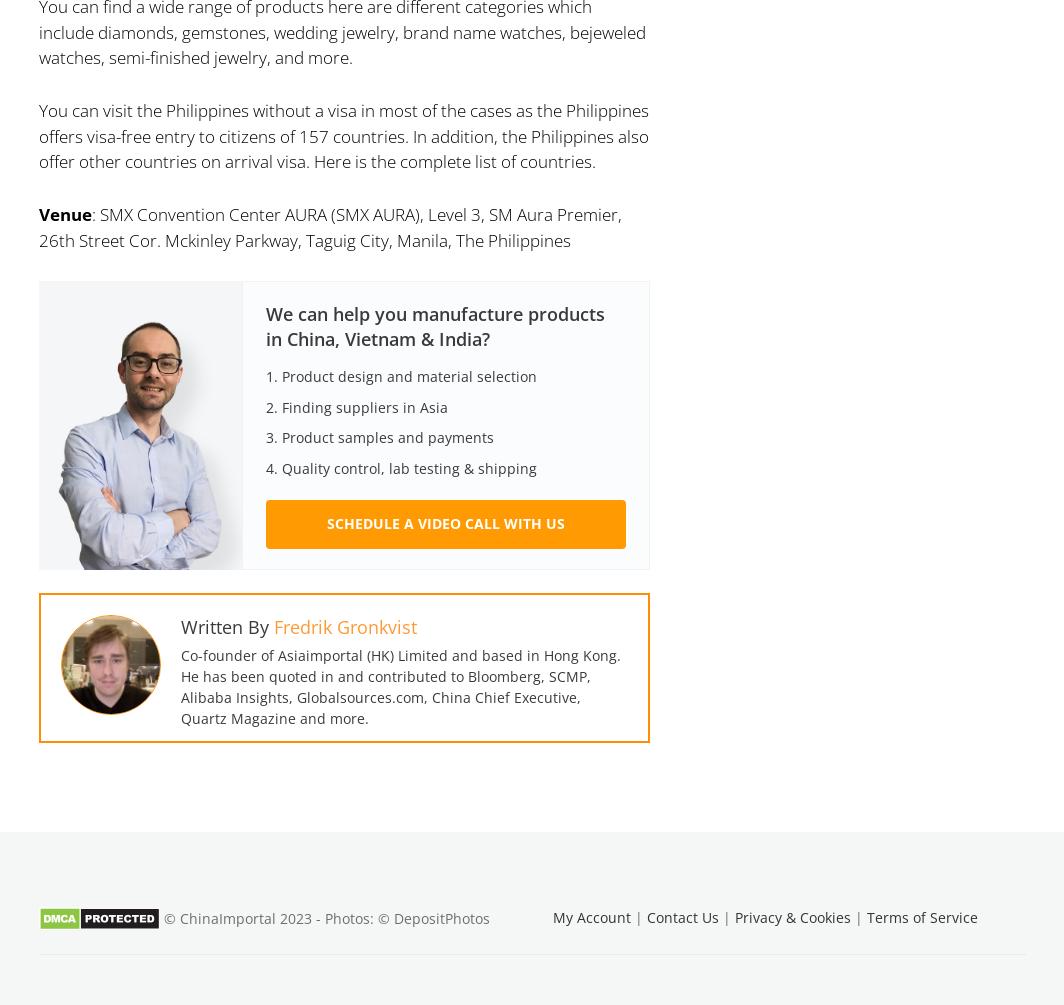 The height and width of the screenshot is (1005, 1064). Describe the element at coordinates (37, 213) in the screenshot. I see `'Venue'` at that location.